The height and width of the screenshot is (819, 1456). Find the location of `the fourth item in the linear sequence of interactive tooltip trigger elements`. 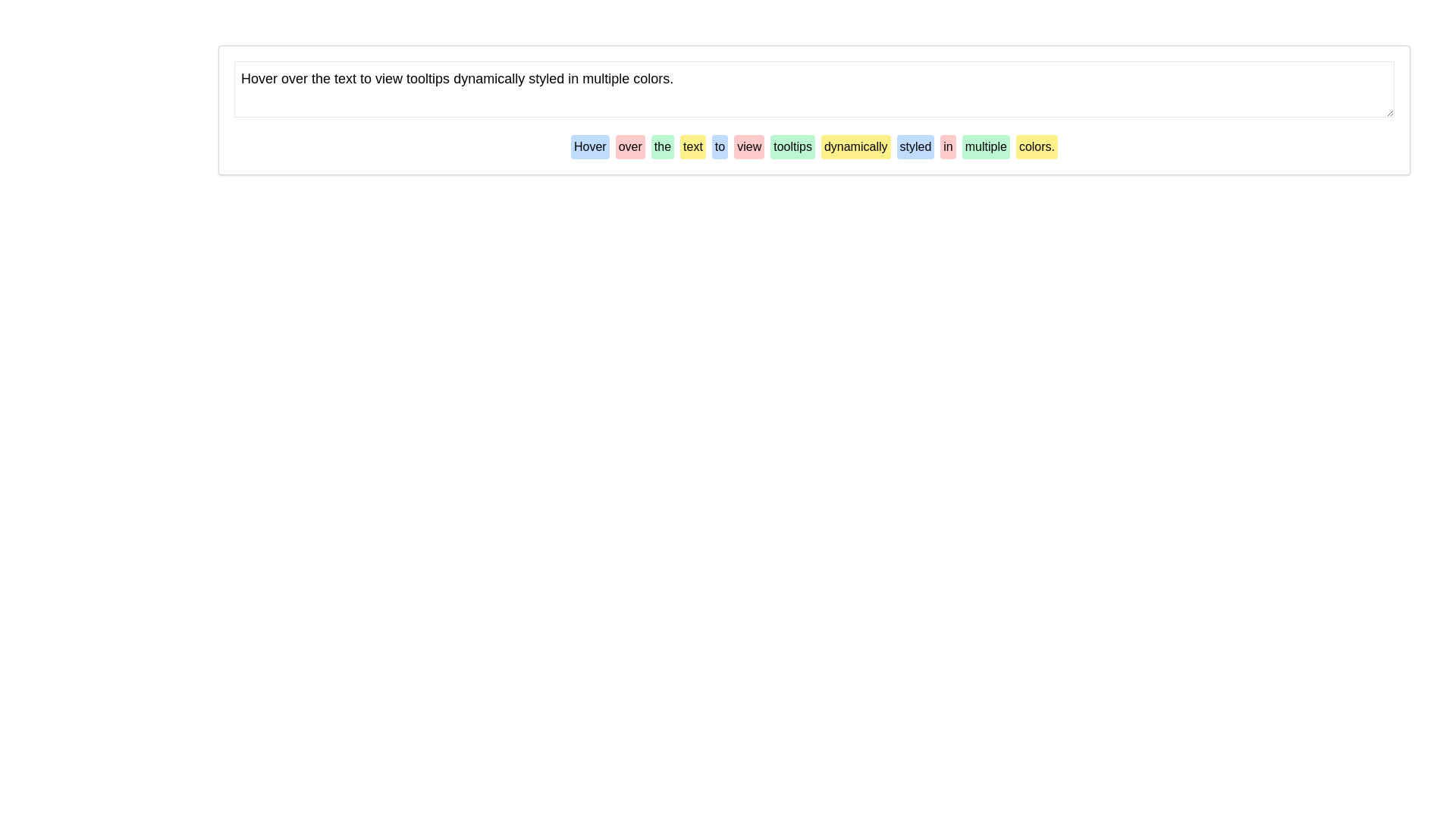

the fourth item in the linear sequence of interactive tooltip trigger elements is located at coordinates (662, 146).